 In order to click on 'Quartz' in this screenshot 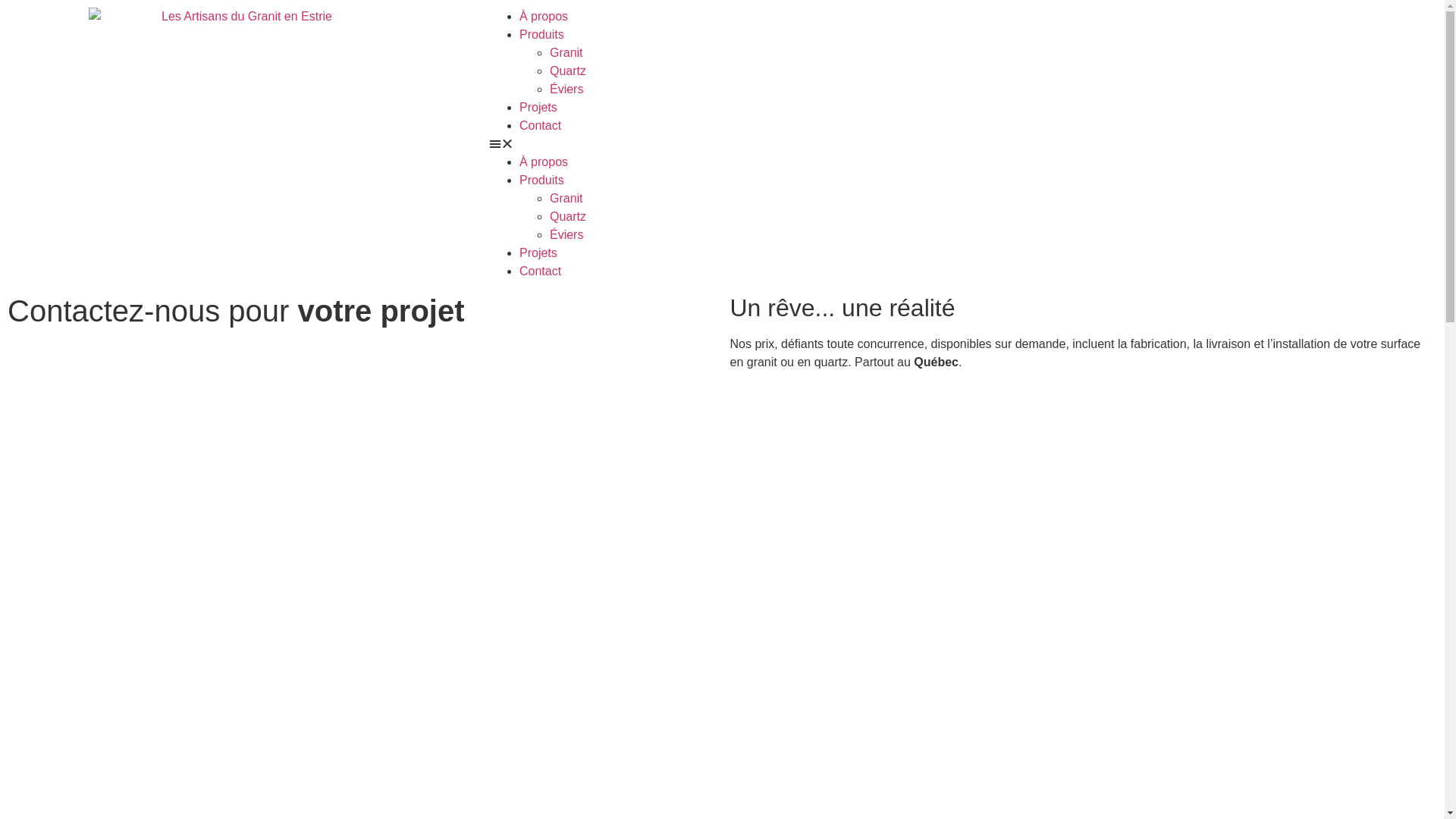, I will do `click(566, 71)`.